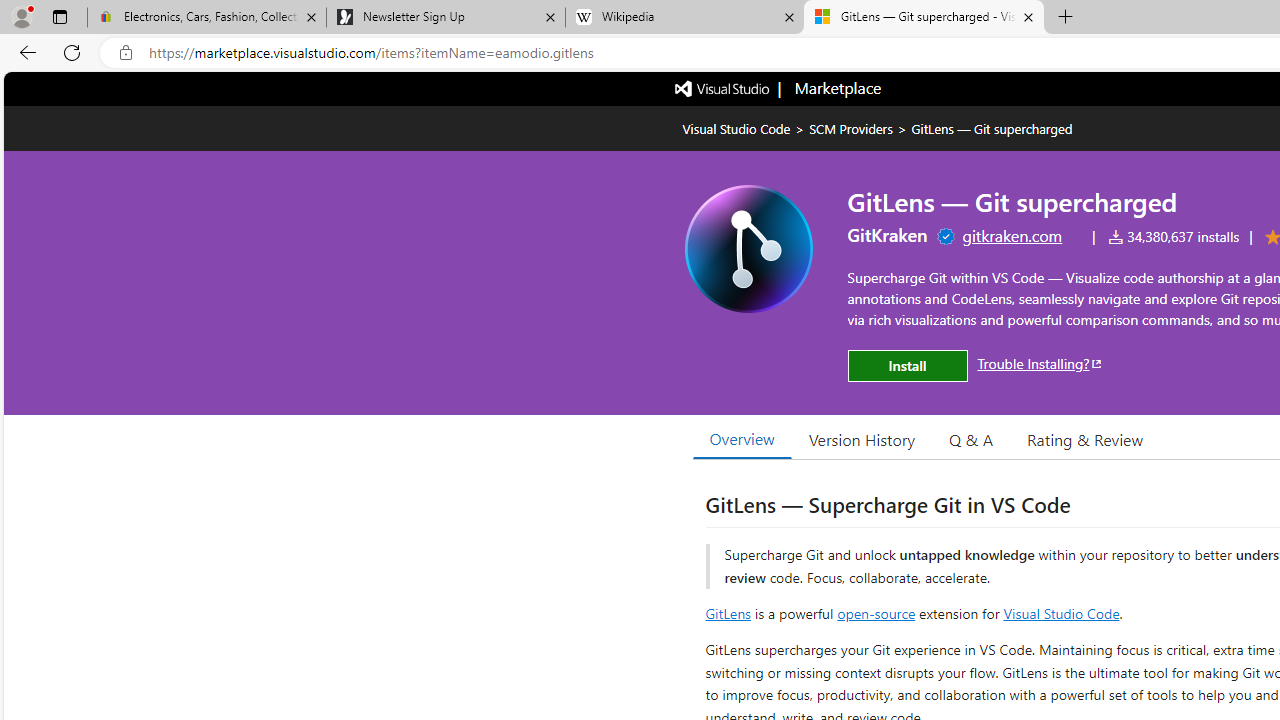 This screenshot has width=1280, height=720. I want to click on 'Visual Studio logo', so click(722, 86).